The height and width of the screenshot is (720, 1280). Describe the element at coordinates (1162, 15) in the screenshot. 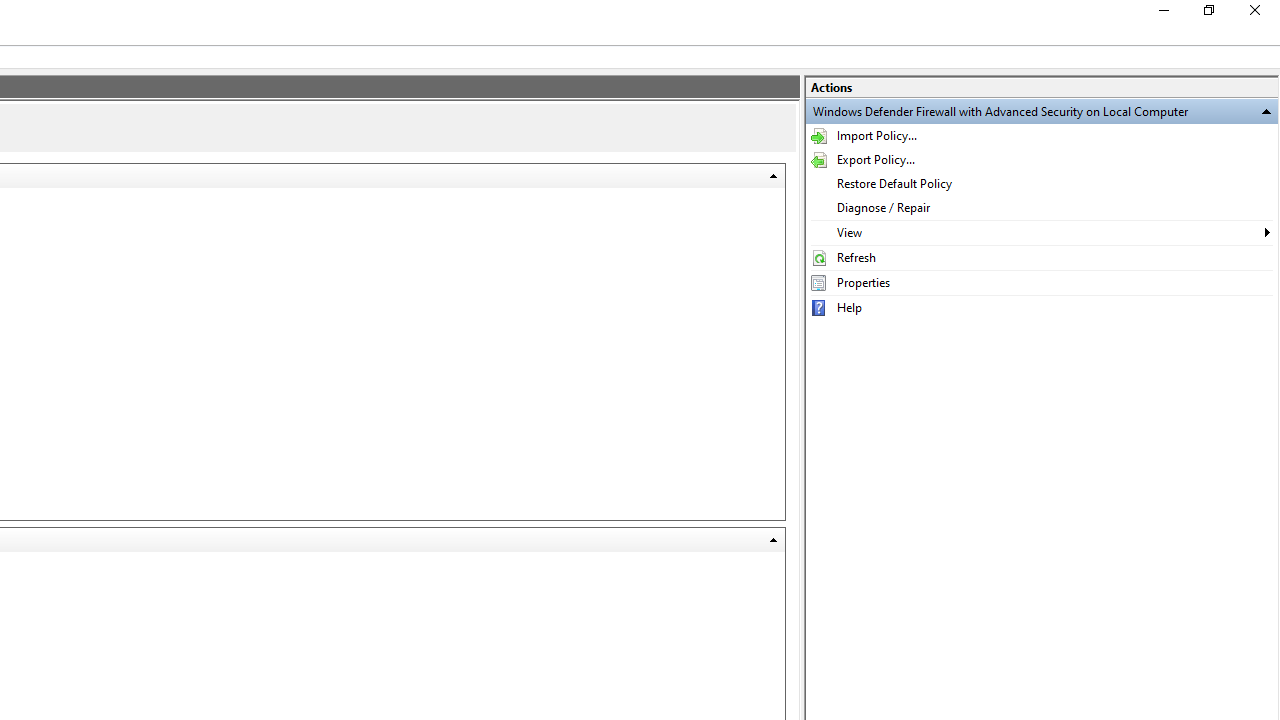

I see `'Minimize'` at that location.